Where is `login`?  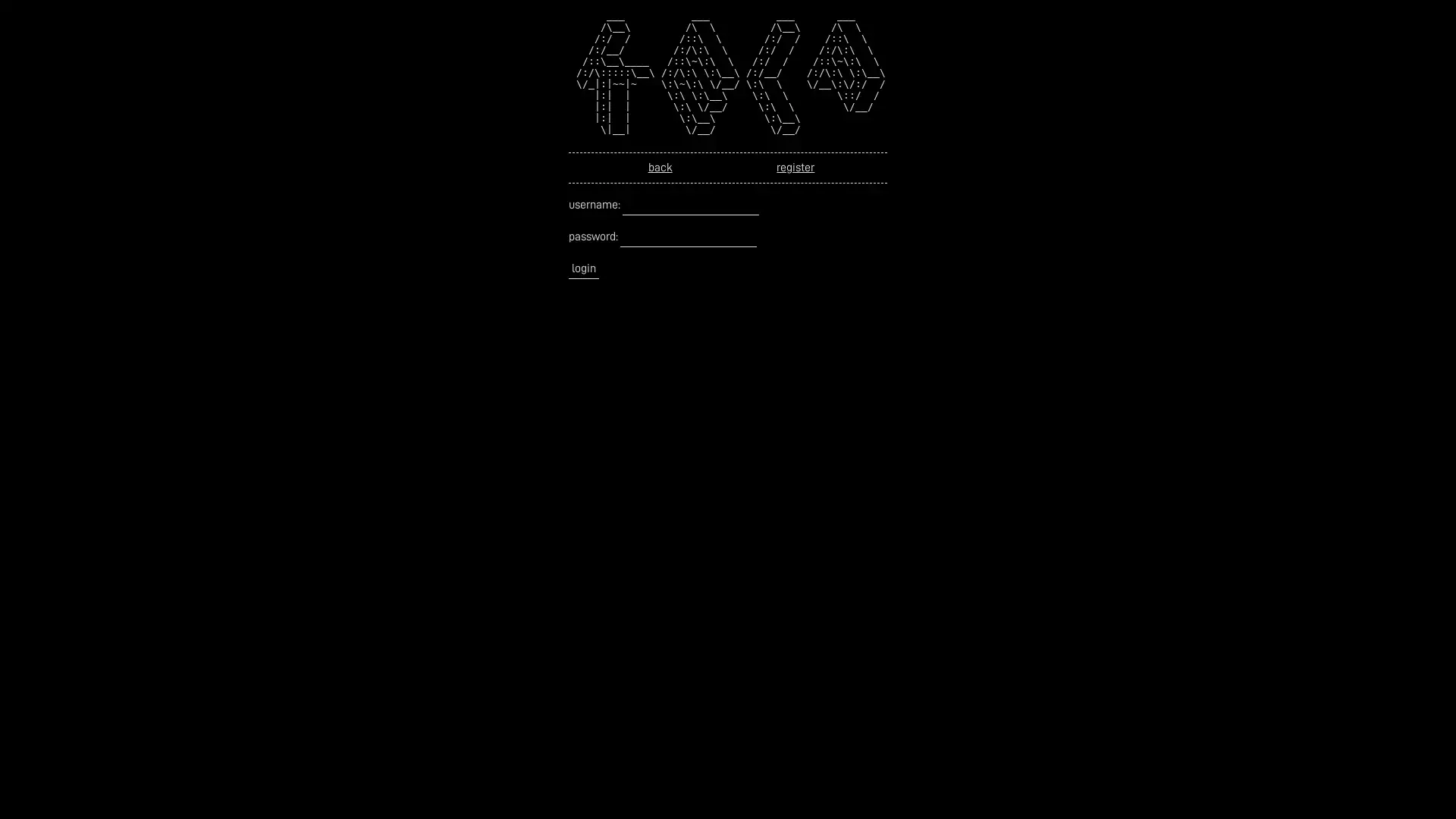
login is located at coordinates (582, 268).